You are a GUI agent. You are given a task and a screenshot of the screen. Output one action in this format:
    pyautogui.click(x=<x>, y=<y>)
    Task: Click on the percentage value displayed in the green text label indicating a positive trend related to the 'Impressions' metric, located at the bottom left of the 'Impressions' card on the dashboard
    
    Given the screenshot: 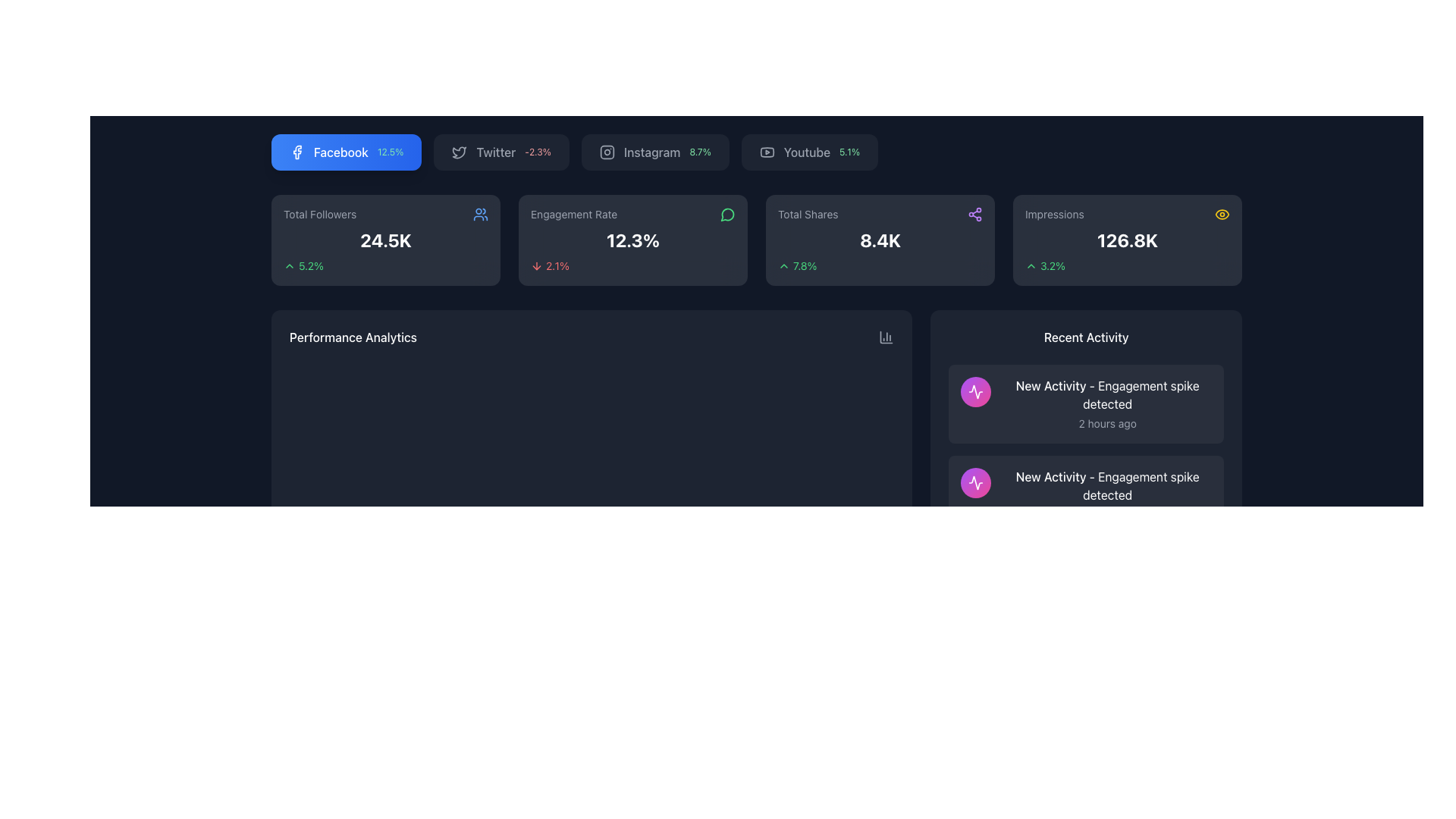 What is the action you would take?
    pyautogui.click(x=1052, y=265)
    